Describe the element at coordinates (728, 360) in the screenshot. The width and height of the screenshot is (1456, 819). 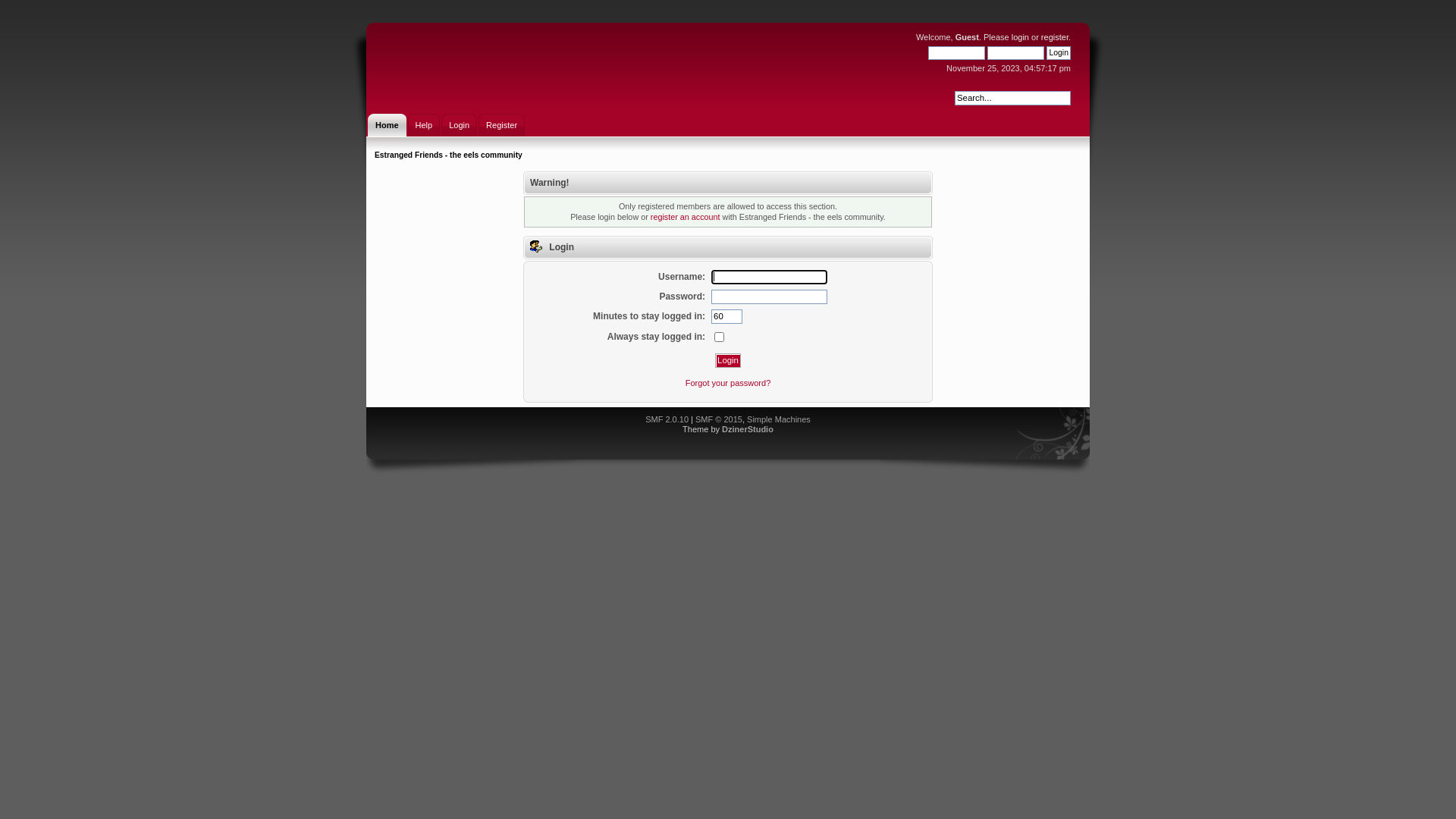
I see `'Login'` at that location.